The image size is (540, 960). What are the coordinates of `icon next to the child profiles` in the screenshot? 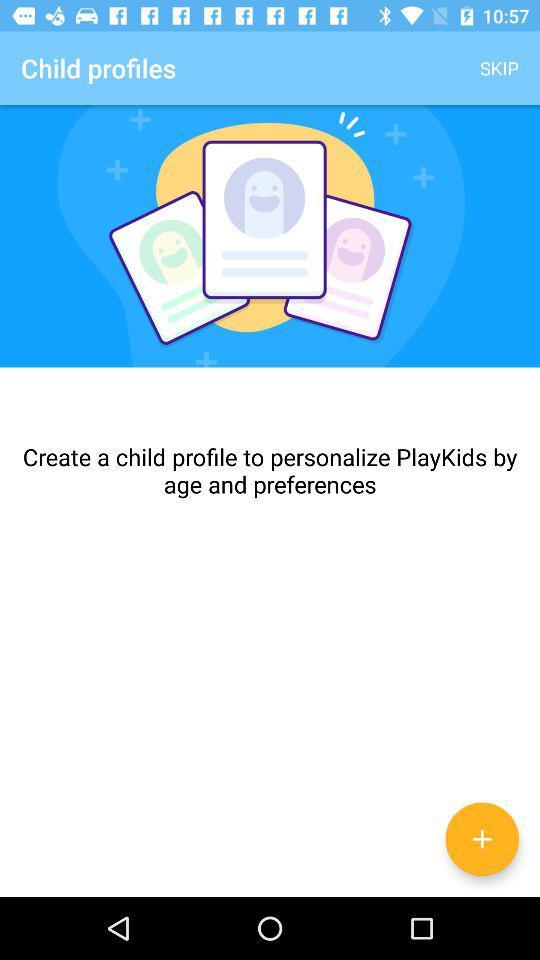 It's located at (498, 68).